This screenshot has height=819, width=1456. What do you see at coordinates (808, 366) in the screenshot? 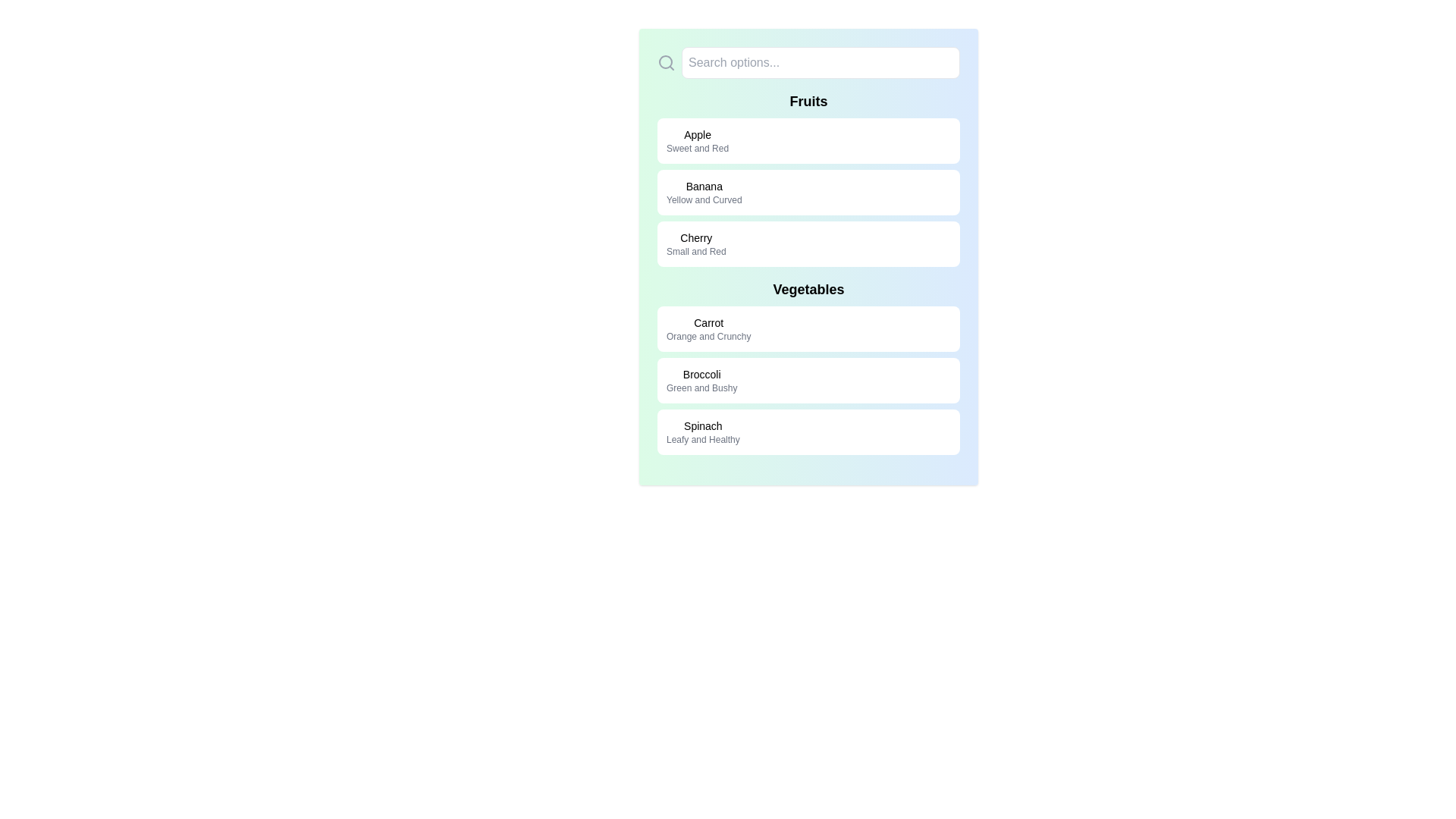
I see `the second list item in the 'Vegetables' section, labeled 'Broccoli'` at bounding box center [808, 366].